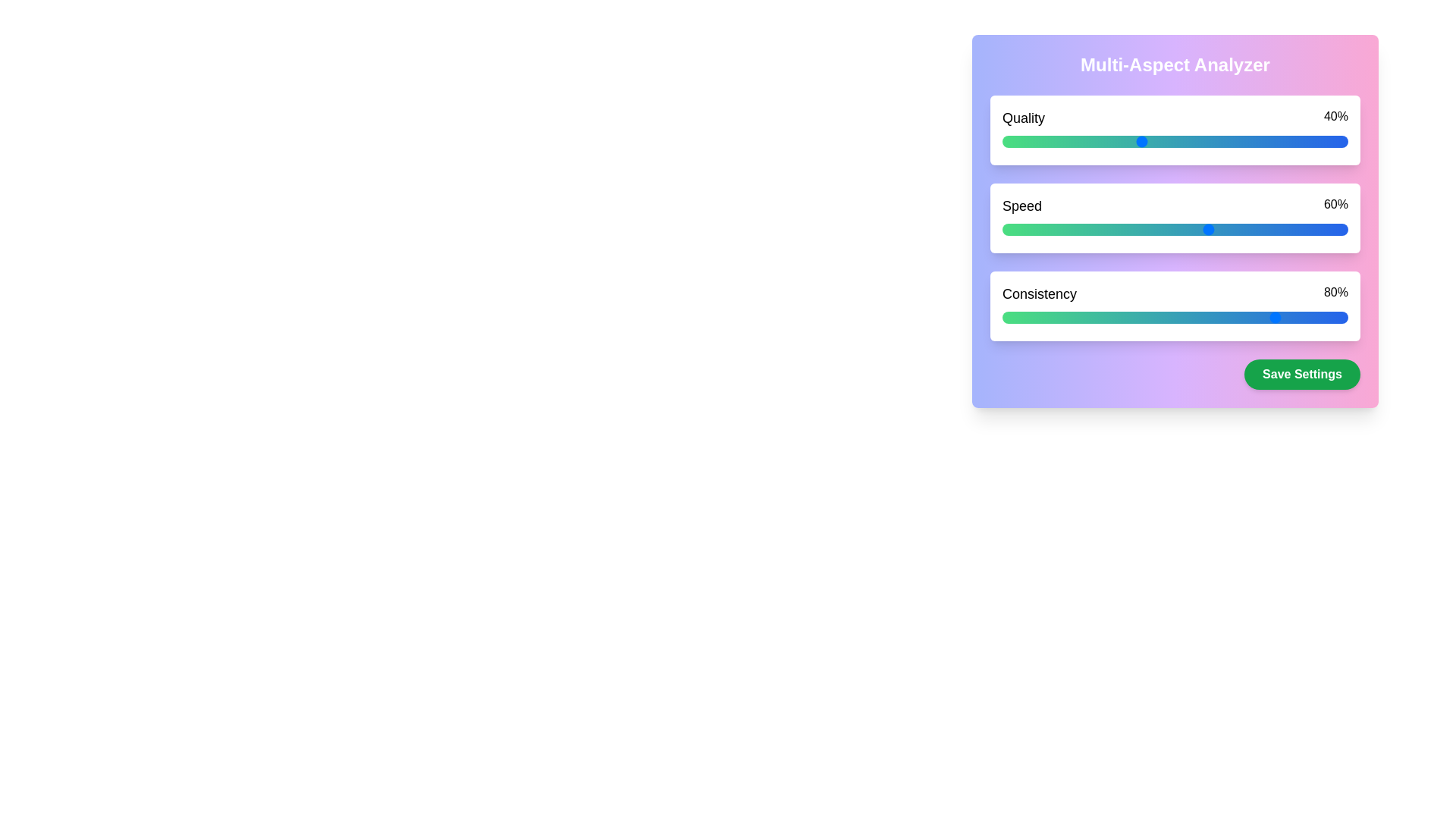 The height and width of the screenshot is (819, 1456). What do you see at coordinates (1112, 230) in the screenshot?
I see `the speed value` at bounding box center [1112, 230].